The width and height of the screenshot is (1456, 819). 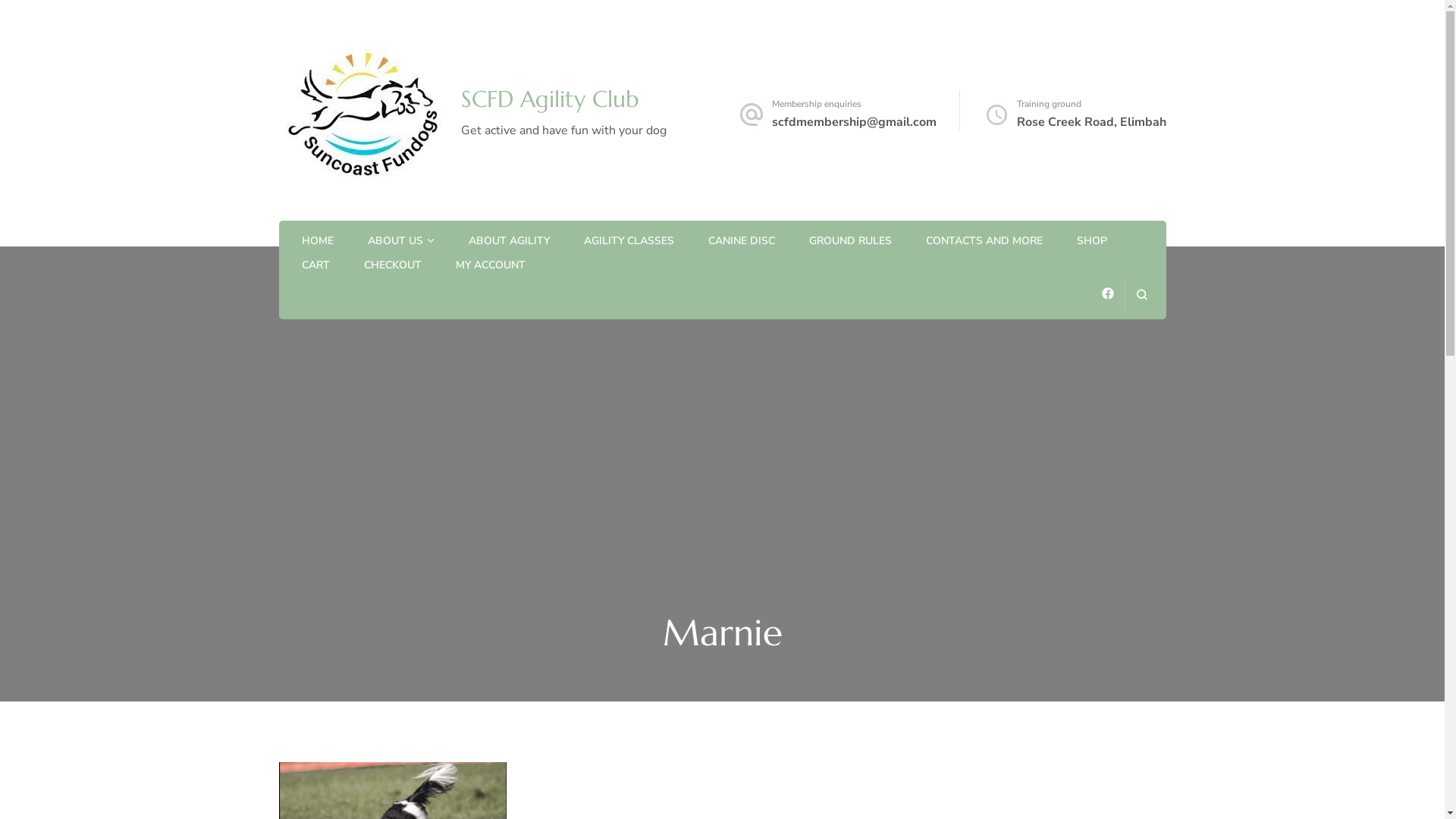 What do you see at coordinates (742, 241) in the screenshot?
I see `'CANINE DISC'` at bounding box center [742, 241].